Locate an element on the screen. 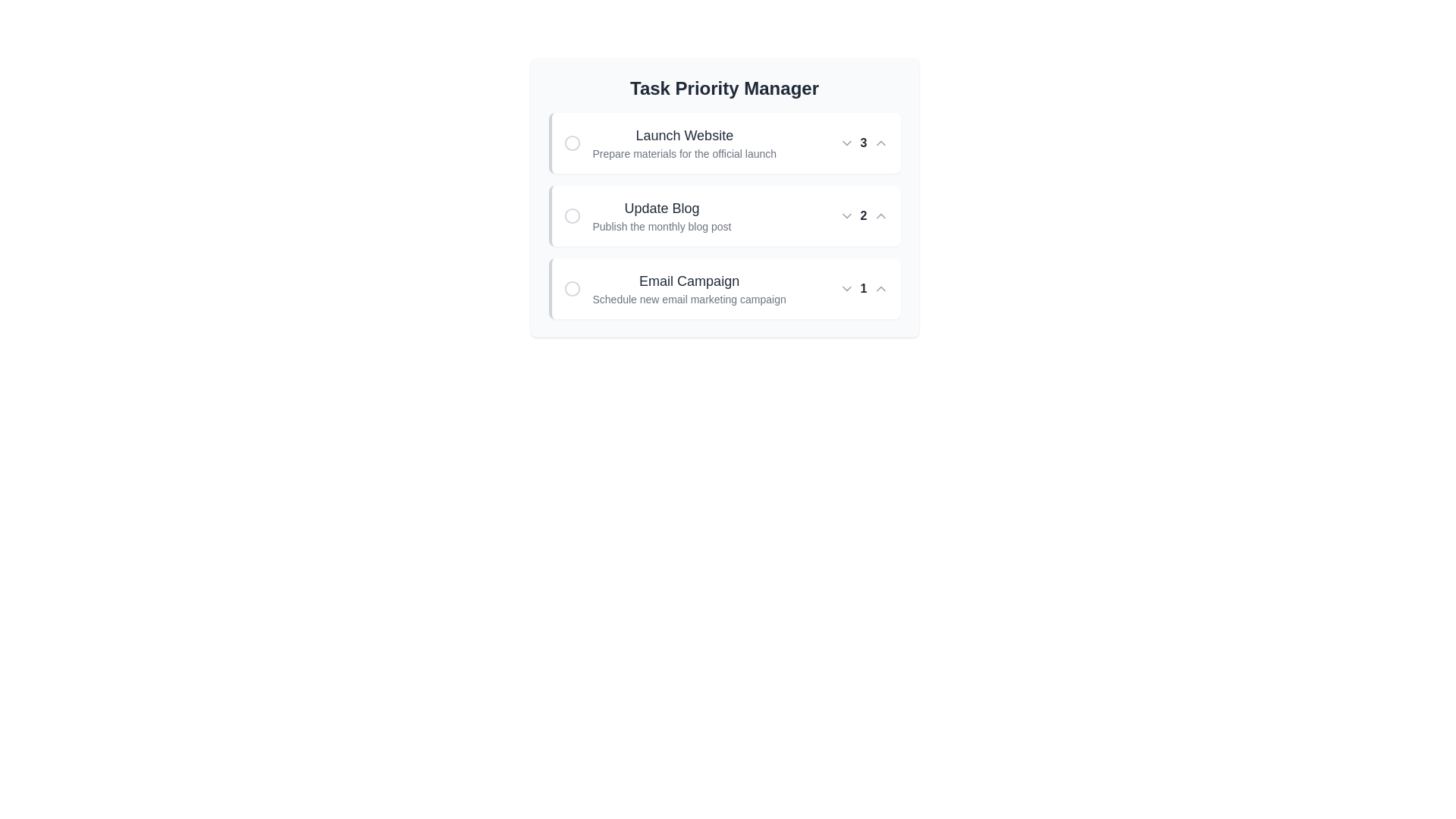 The image size is (1456, 819). the task management item titled 'Email Campaign', which is the third item in the list below 'Launch Website' and 'Update Blog' is located at coordinates (674, 289).